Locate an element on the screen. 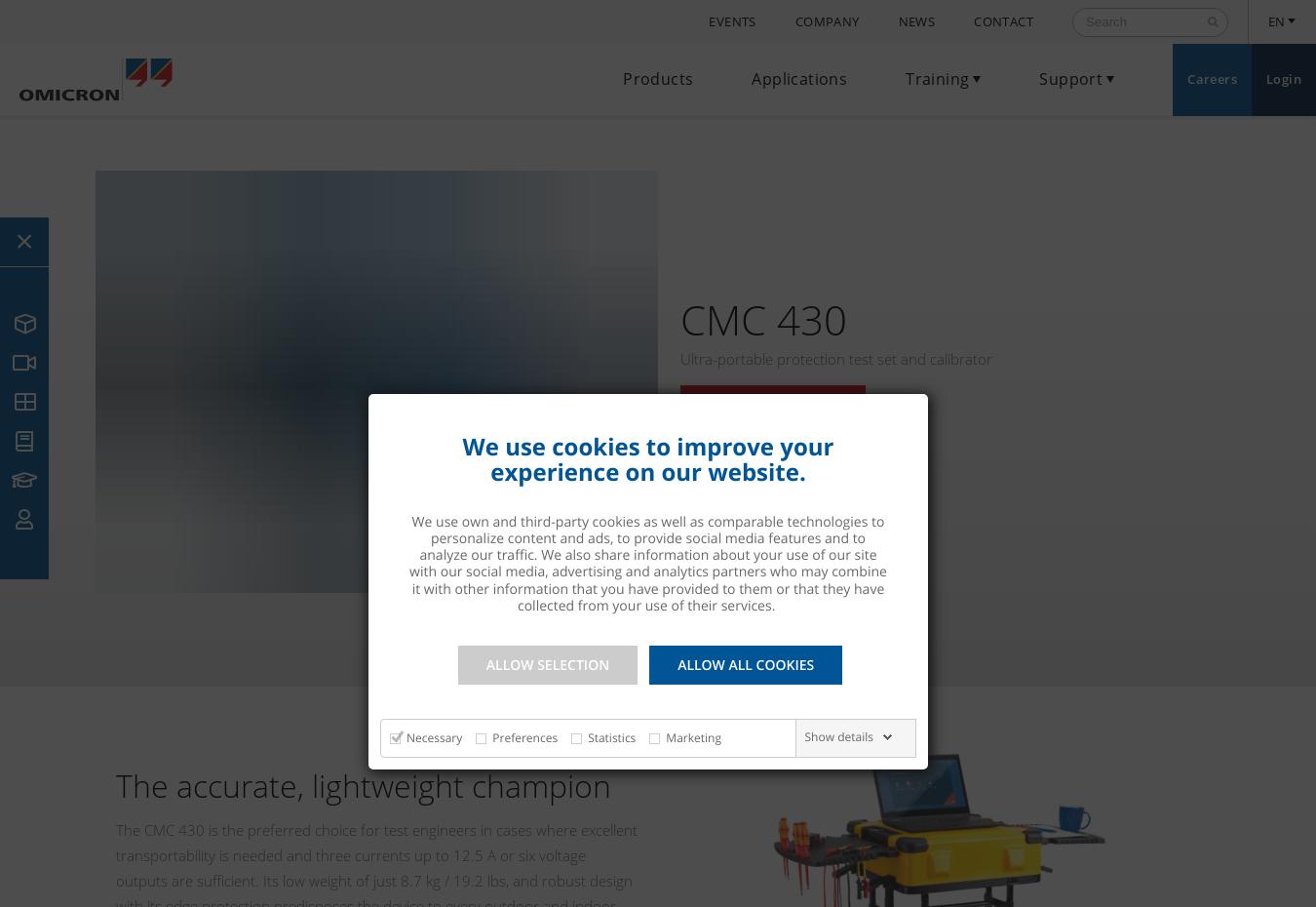  'CMC 430' is located at coordinates (761, 318).